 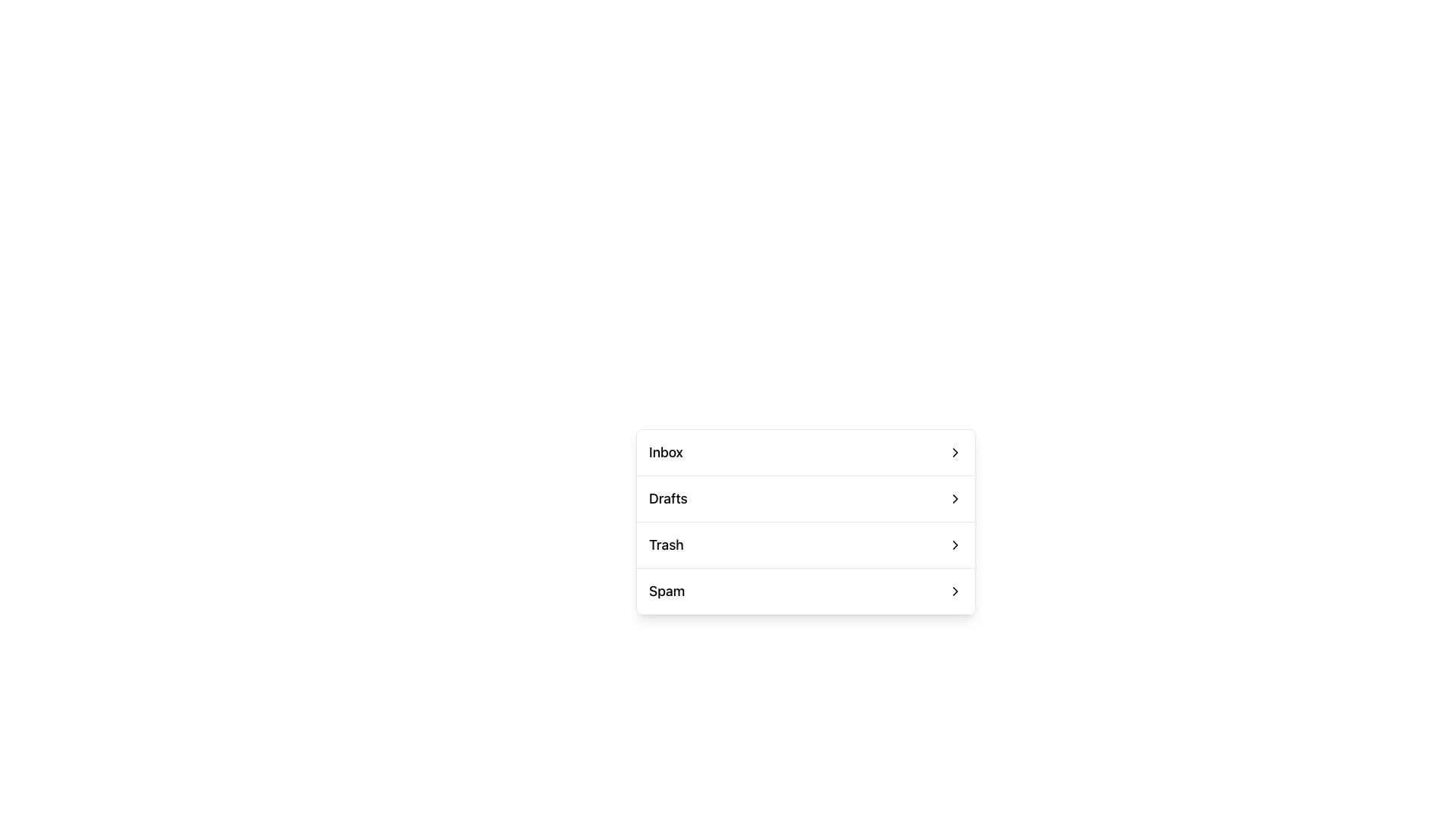 What do you see at coordinates (667, 590) in the screenshot?
I see `the text label positioned in the fourth entry of the vertical menu, located beneath the 'Trash' menu item, to gather context about the interactive option` at bounding box center [667, 590].